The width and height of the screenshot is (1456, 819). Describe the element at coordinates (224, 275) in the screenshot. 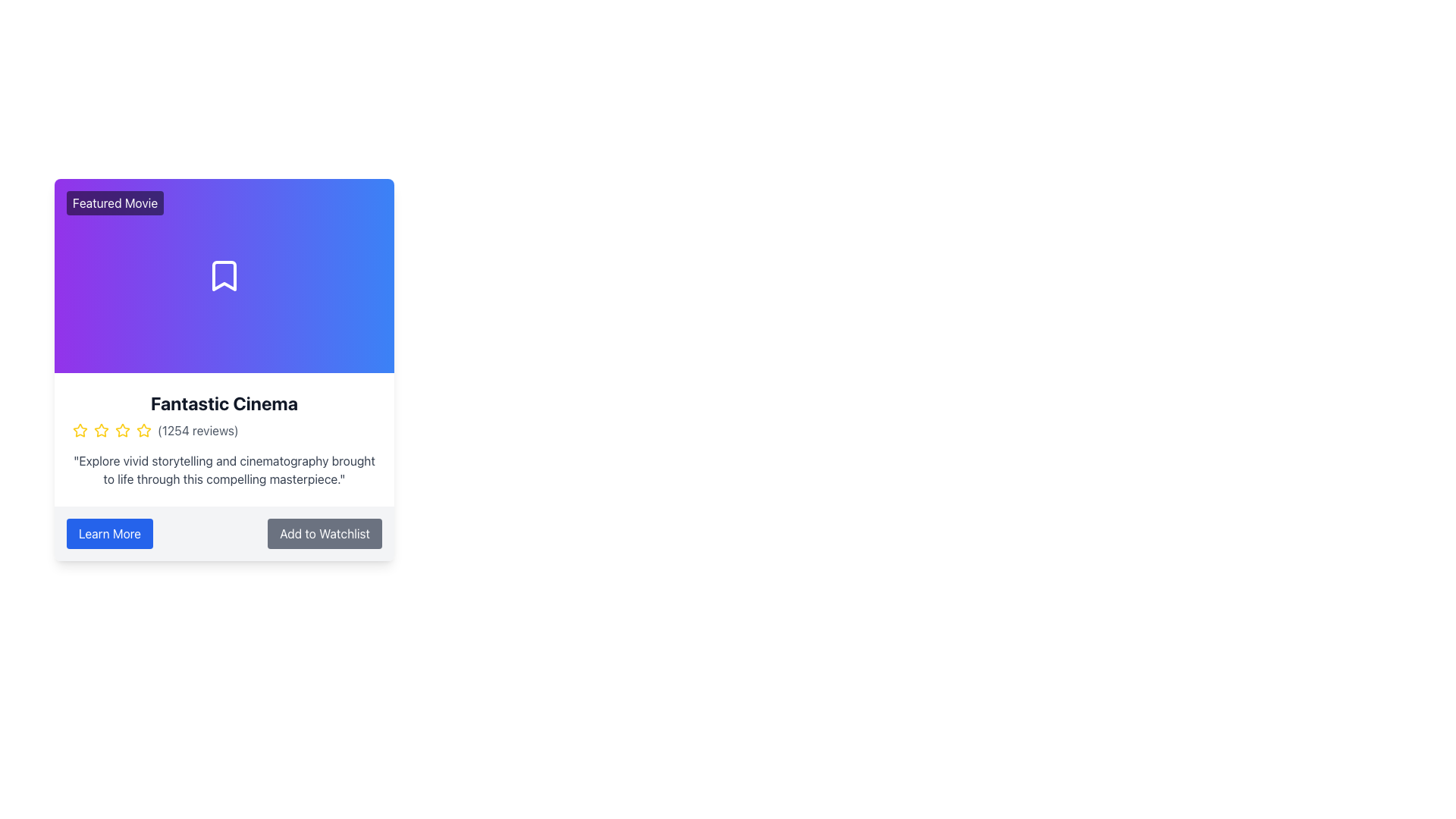

I see `the bookmark icon located in the Banner section above the 'Fantastic Cinema' text to bookmark the featured content` at that location.